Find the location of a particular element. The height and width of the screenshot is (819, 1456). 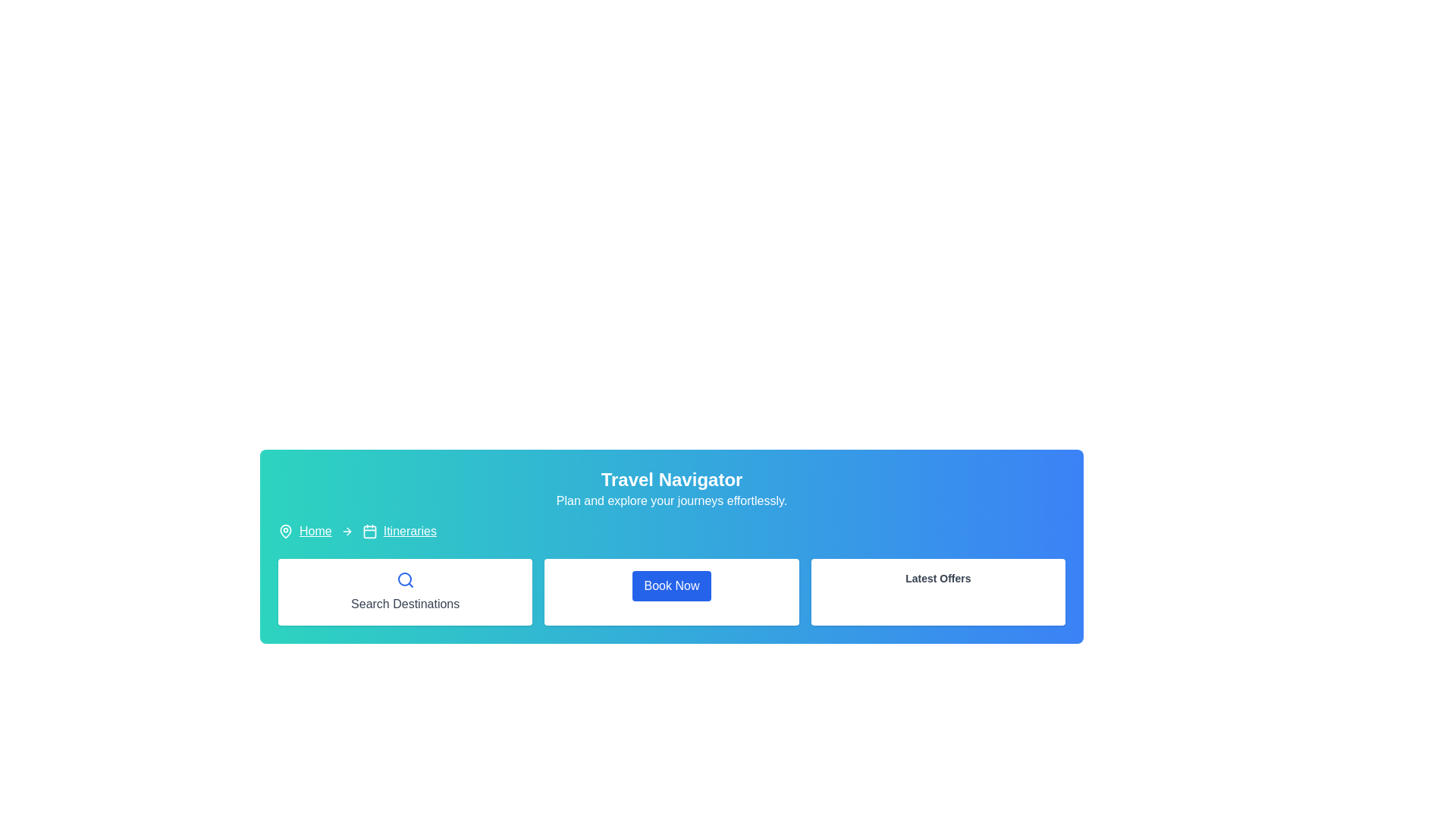

the calendar icon representing the 'Itineraries' section in the breadcrumb navigation is located at coordinates (369, 531).